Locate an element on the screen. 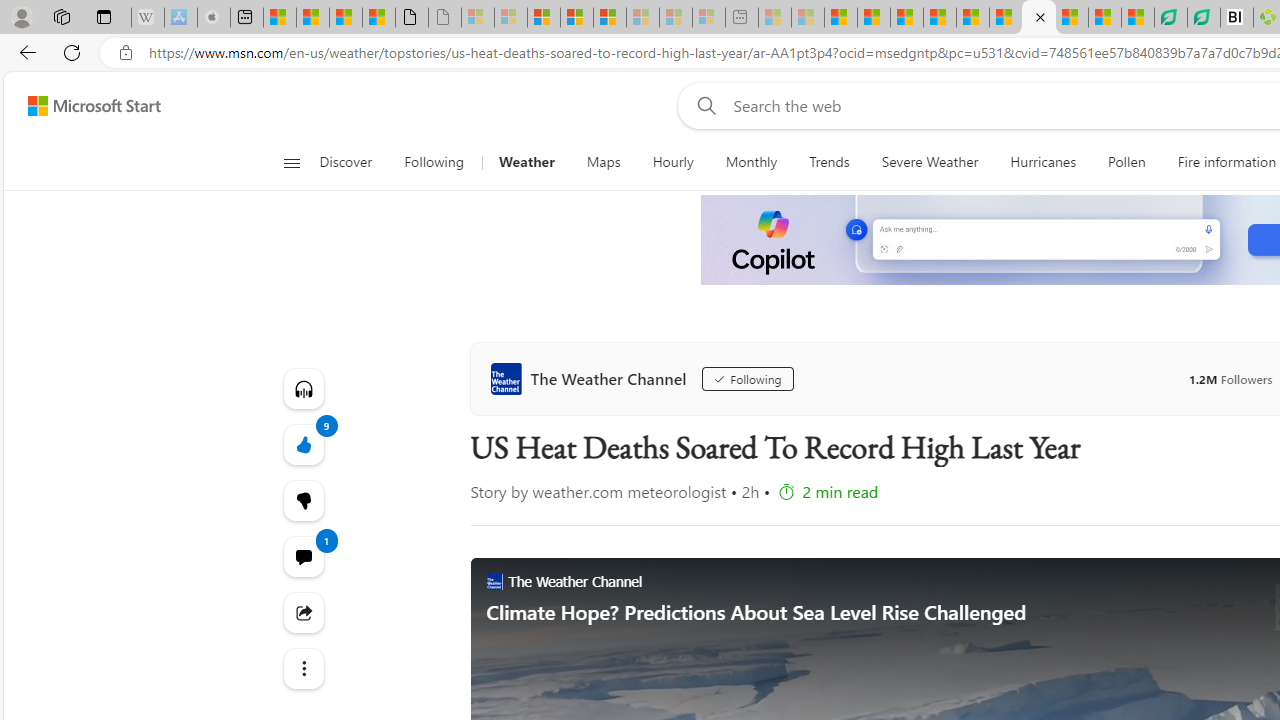 This screenshot has height=720, width=1280. 'Microsoft account | Account Checkup - Sleeping' is located at coordinates (708, 17).